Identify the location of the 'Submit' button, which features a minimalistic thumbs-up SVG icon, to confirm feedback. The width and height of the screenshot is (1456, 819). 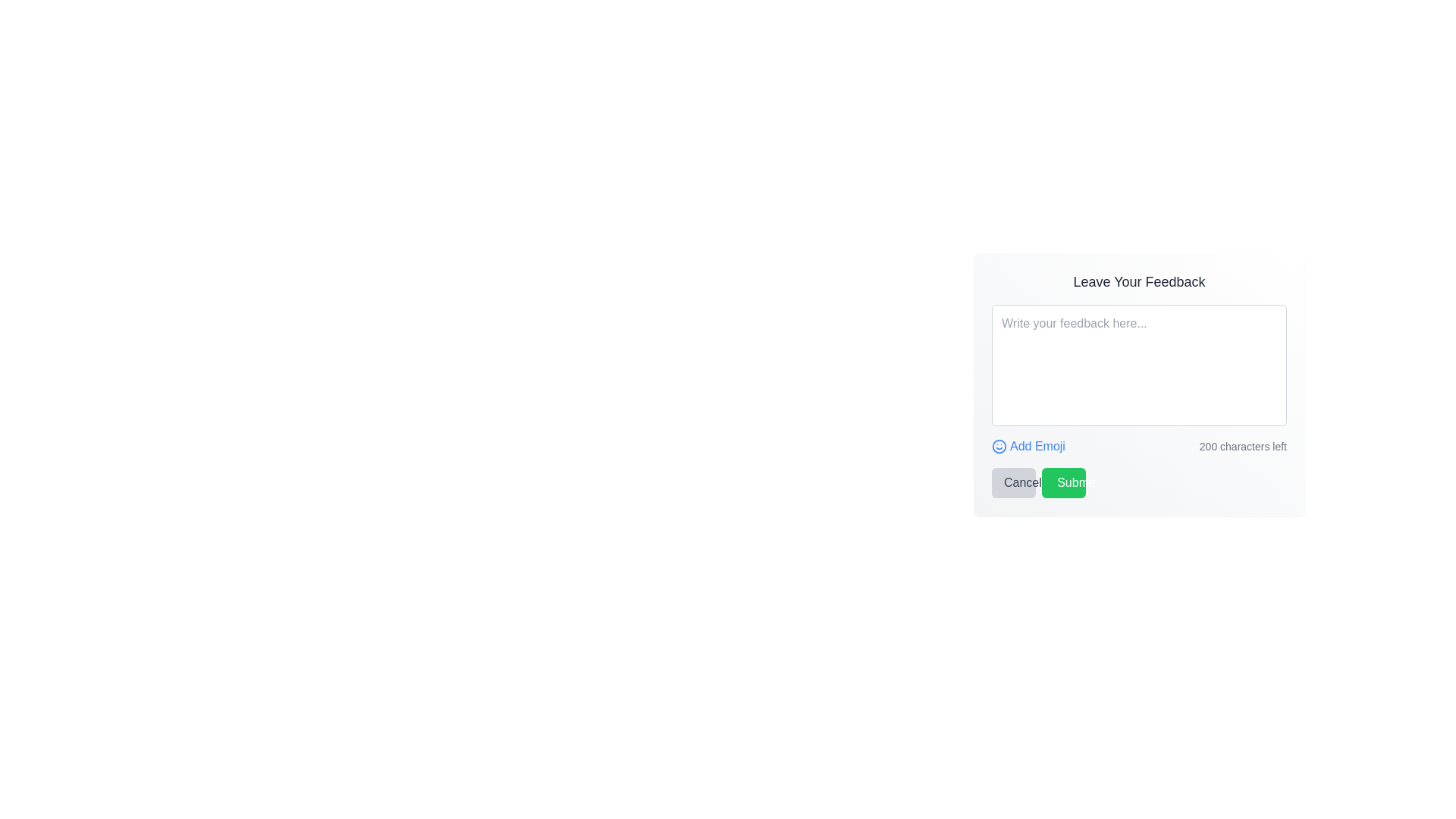
(1062, 485).